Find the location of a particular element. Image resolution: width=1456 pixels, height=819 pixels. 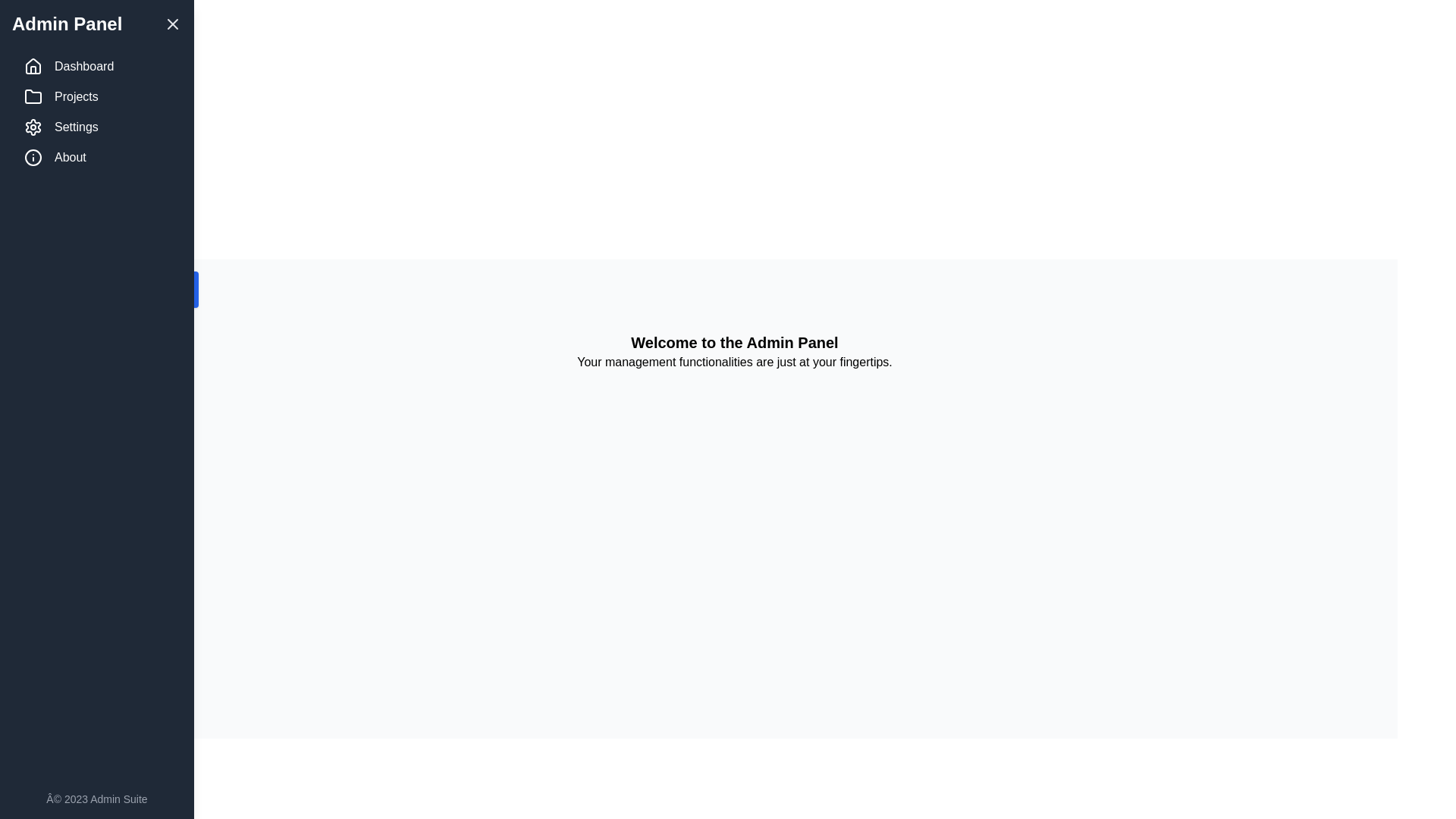

the 'Settings' navigation link, which features a cogwheel icon on the left and is the third item in the sidebar navigation menu is located at coordinates (96, 127).